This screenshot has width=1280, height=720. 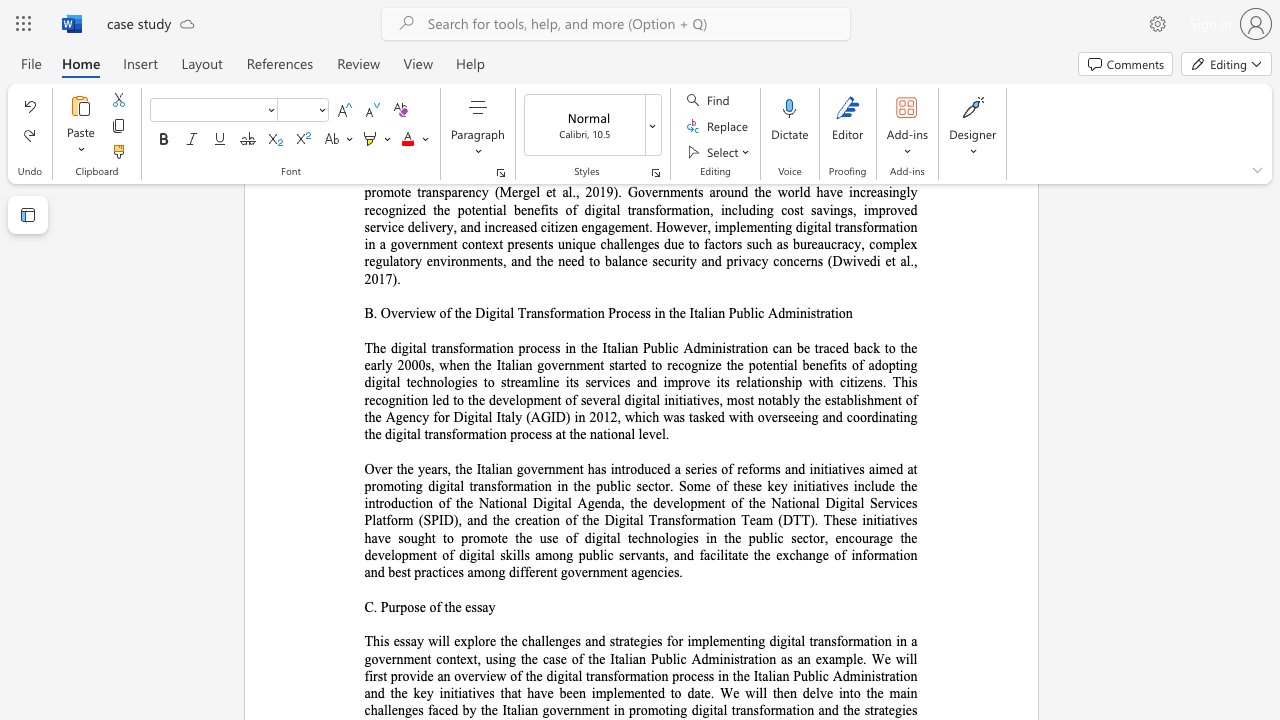 What do you see at coordinates (727, 555) in the screenshot?
I see `the space between the continuous character "i" and "t" in the text` at bounding box center [727, 555].